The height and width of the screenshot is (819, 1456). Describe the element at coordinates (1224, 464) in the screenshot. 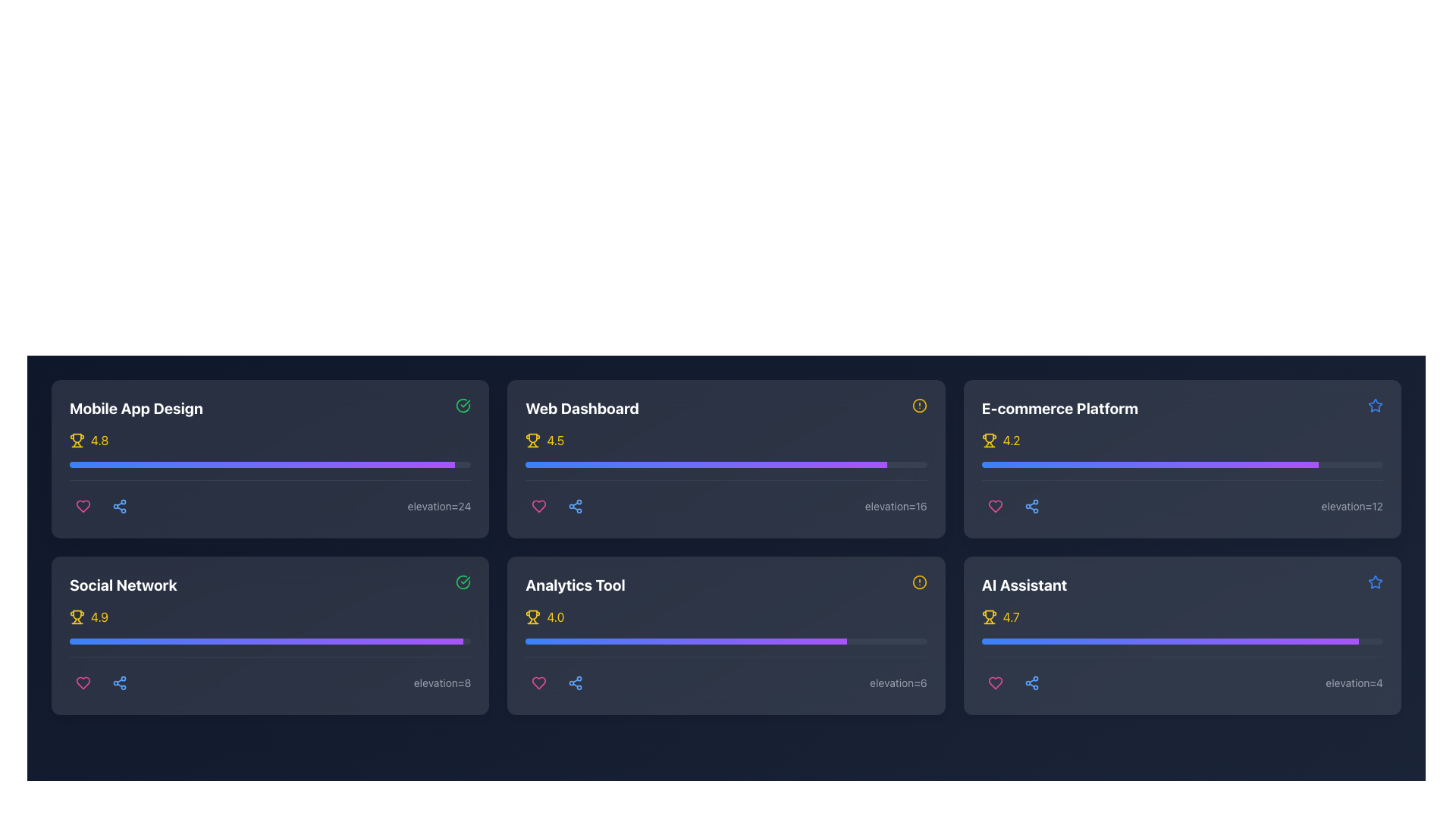

I see `the progress bar value` at that location.